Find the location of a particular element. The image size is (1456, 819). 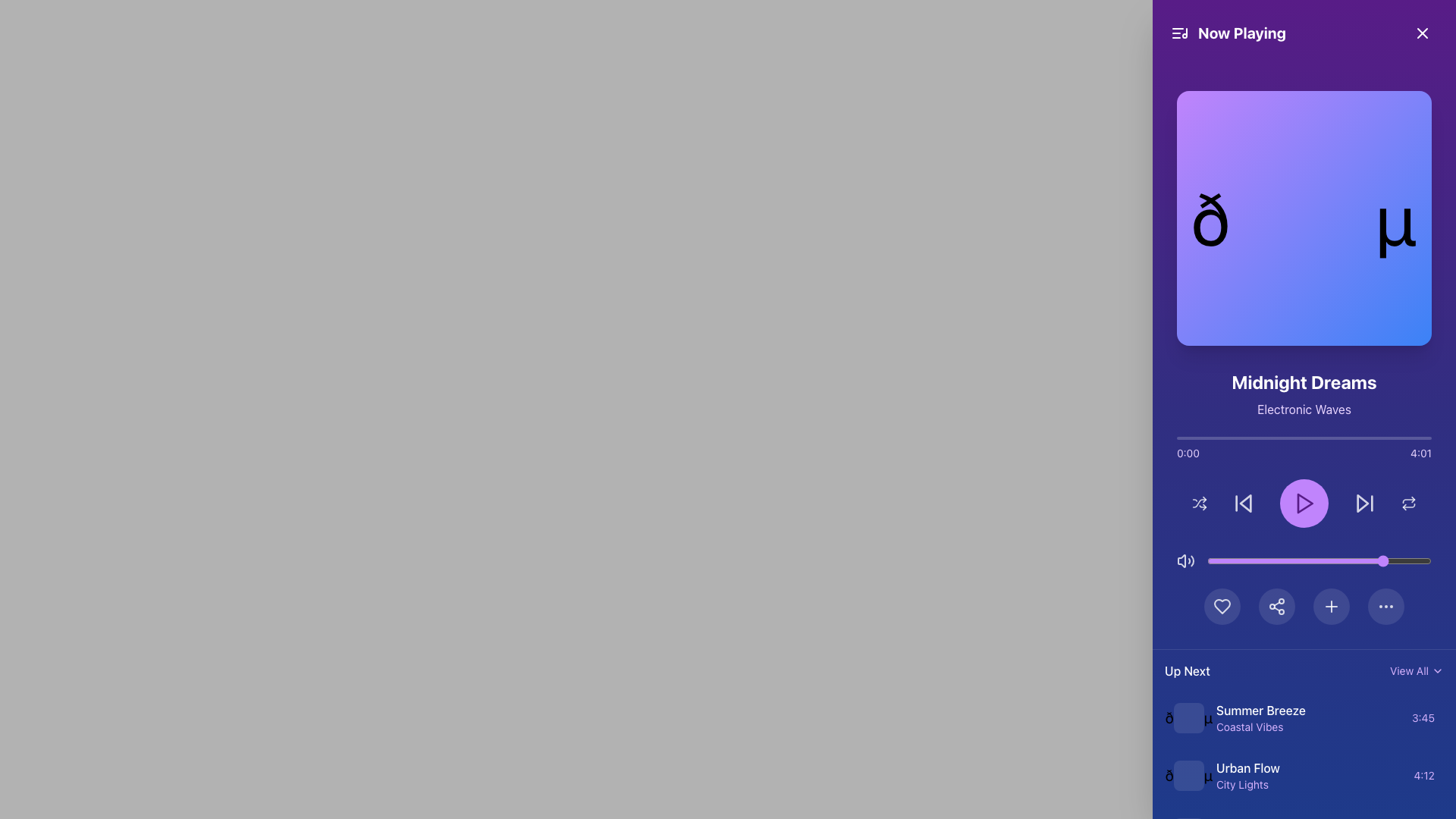

slider value is located at coordinates (1310, 561).